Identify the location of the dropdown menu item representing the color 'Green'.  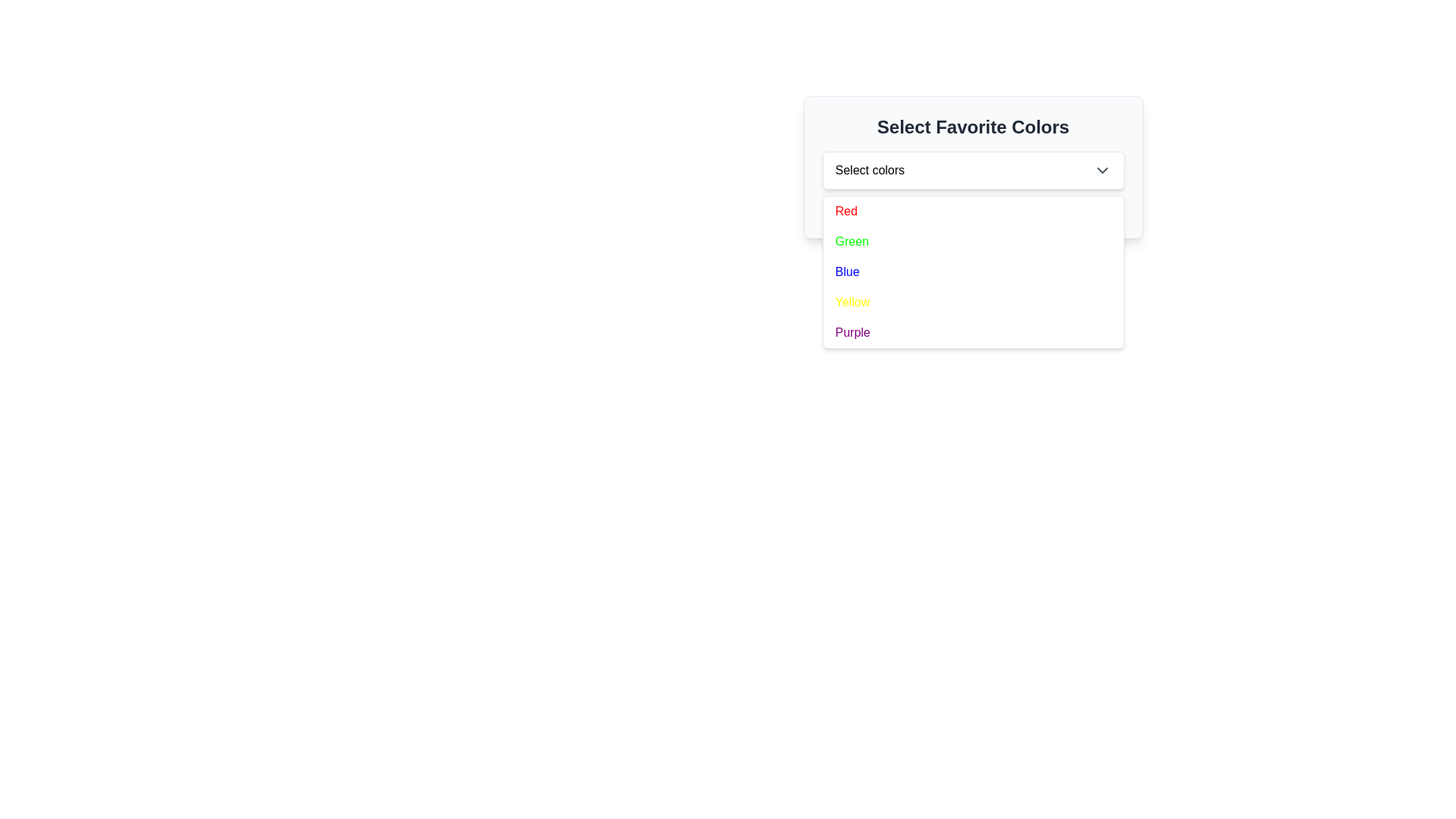
(973, 241).